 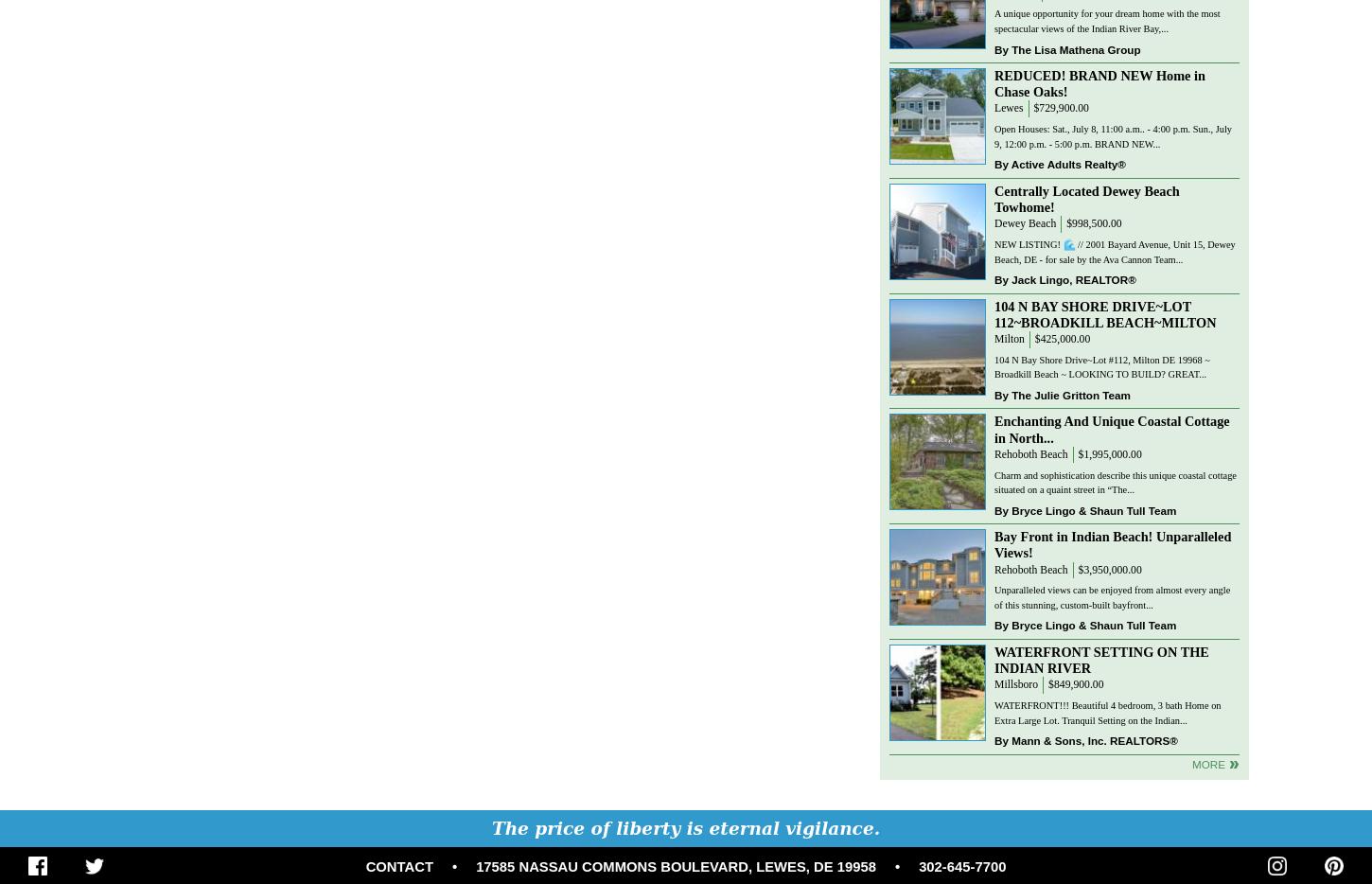 What do you see at coordinates (1069, 393) in the screenshot?
I see `'The Julie Gritton Team'` at bounding box center [1069, 393].